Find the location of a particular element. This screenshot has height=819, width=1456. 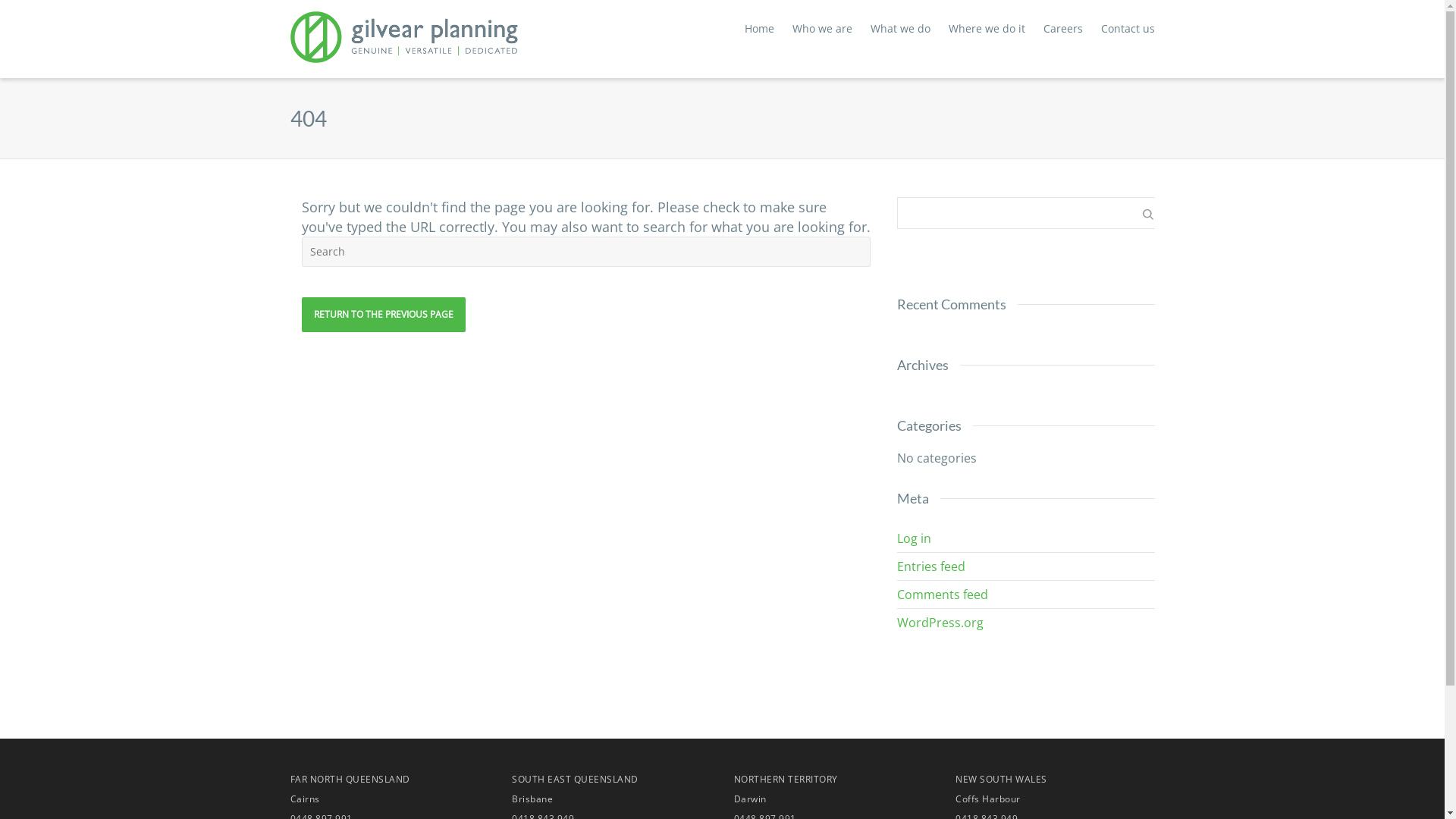

'What we do' is located at coordinates (870, 29).